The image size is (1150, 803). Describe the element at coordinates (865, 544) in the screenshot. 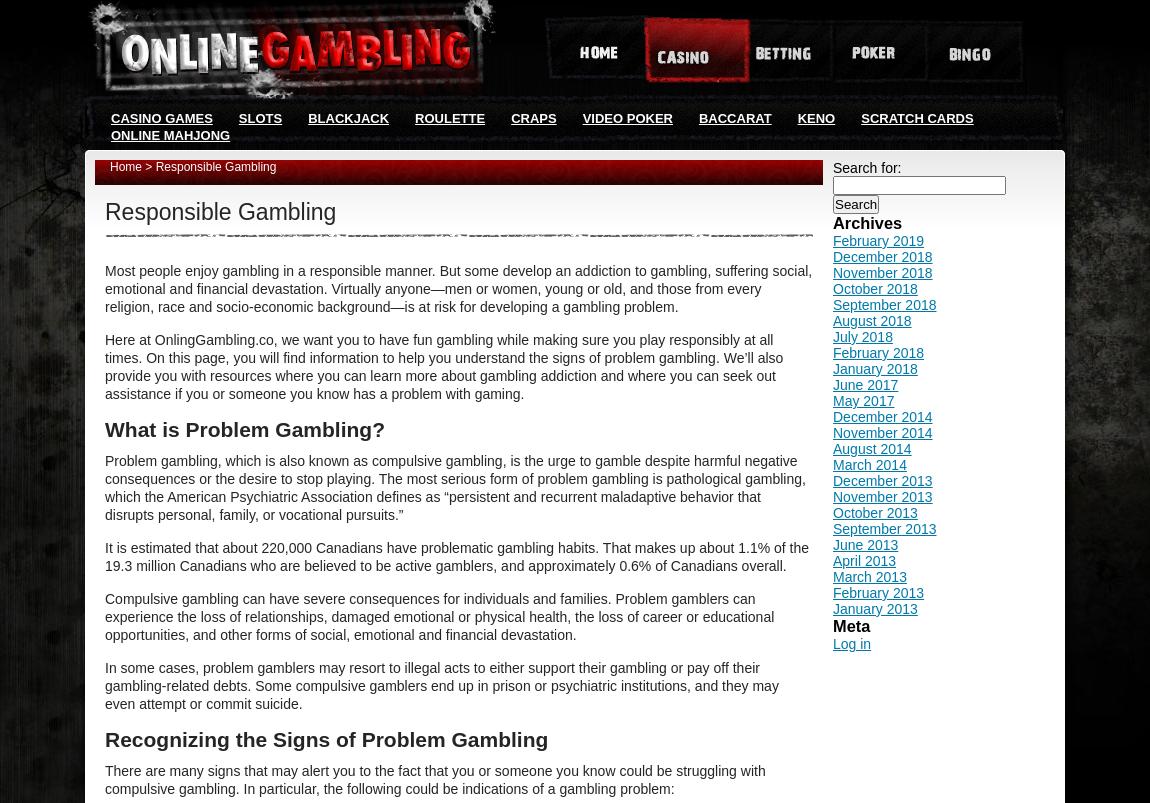

I see `'June 2013'` at that location.